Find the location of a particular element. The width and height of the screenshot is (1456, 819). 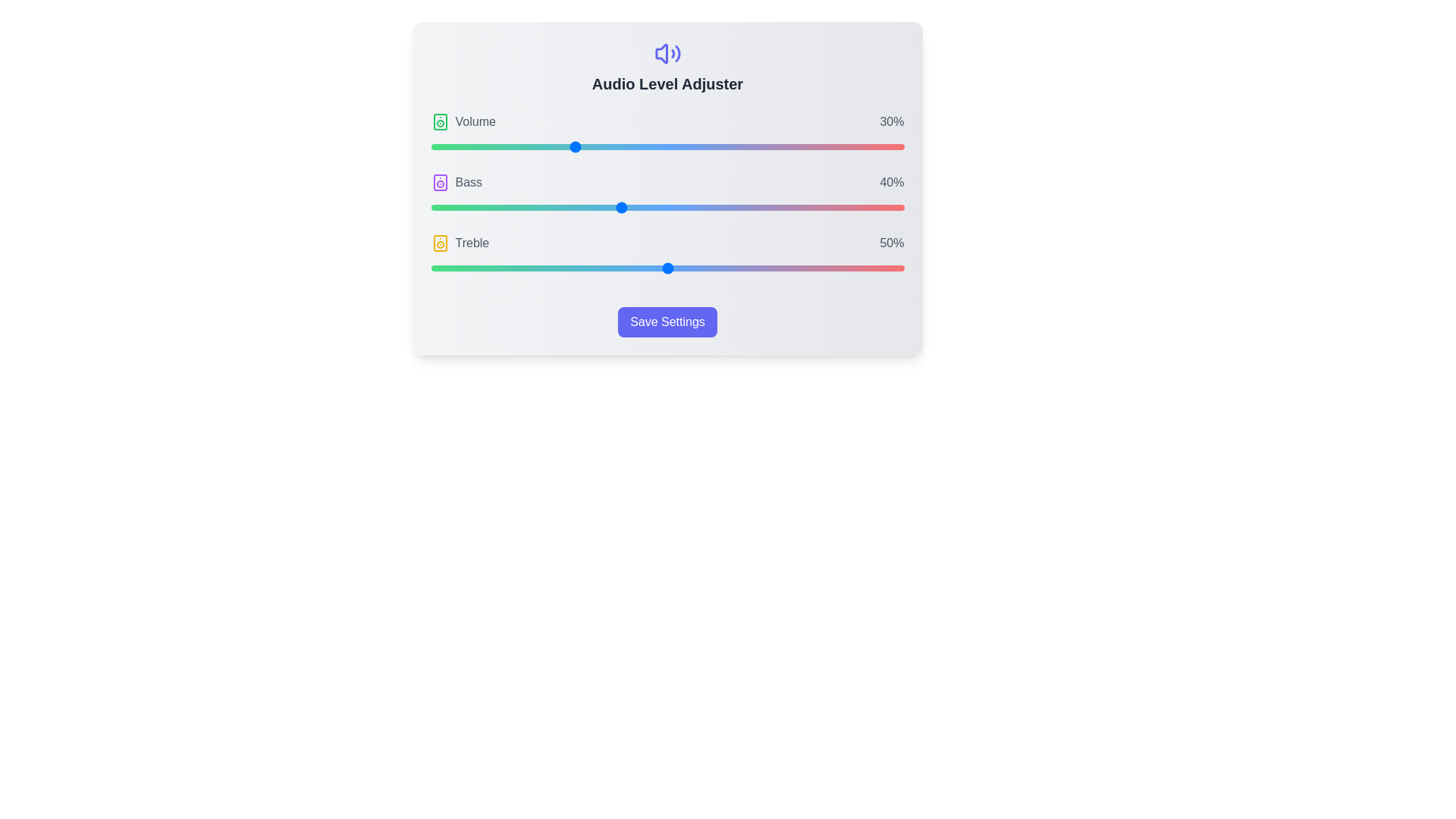

the Treble slider to 50% is located at coordinates (667, 268).